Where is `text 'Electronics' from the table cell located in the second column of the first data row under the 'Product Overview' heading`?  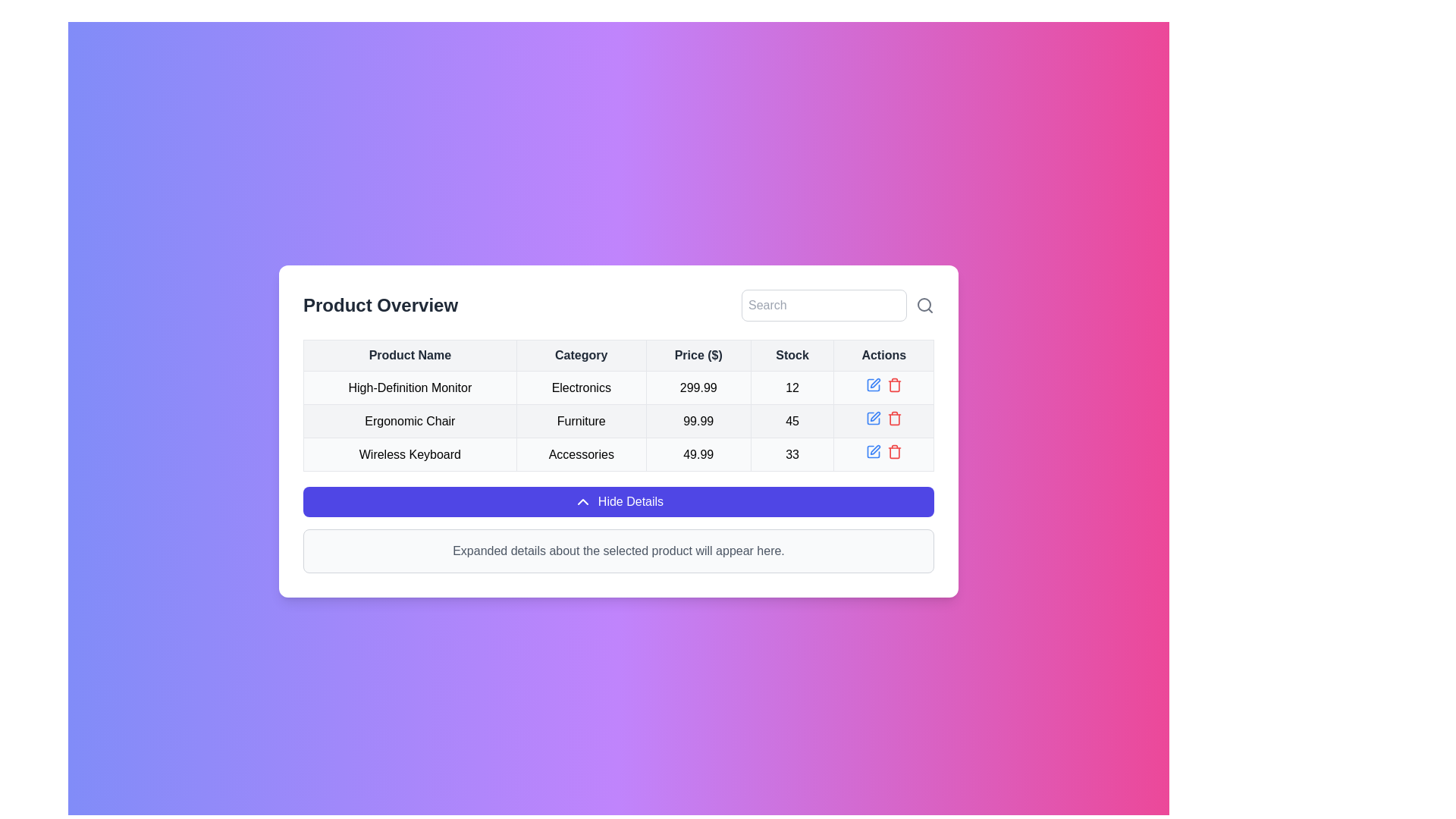 text 'Electronics' from the table cell located in the second column of the first data row under the 'Product Overview' heading is located at coordinates (580, 387).